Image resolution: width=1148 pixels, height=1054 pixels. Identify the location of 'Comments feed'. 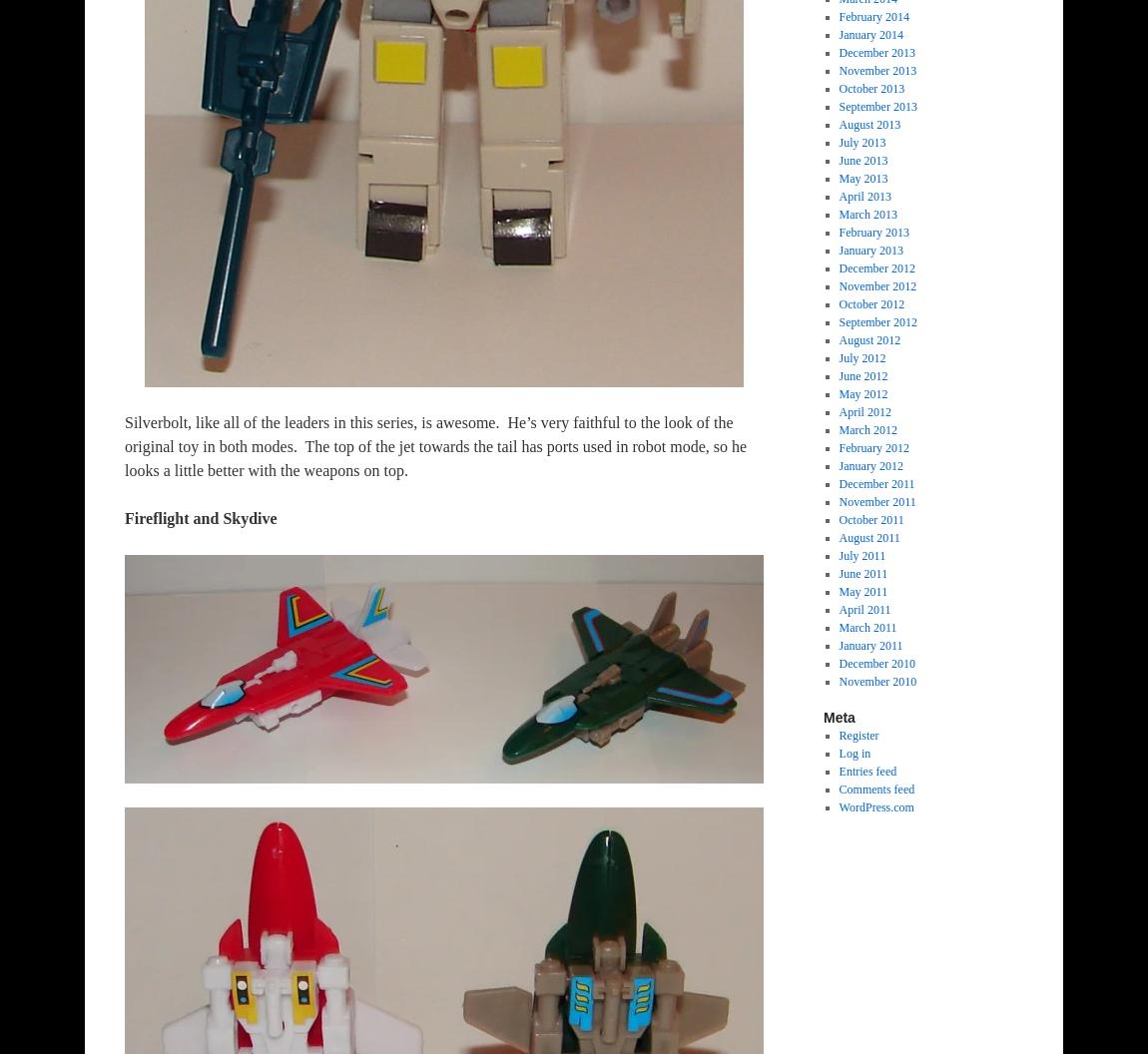
(876, 789).